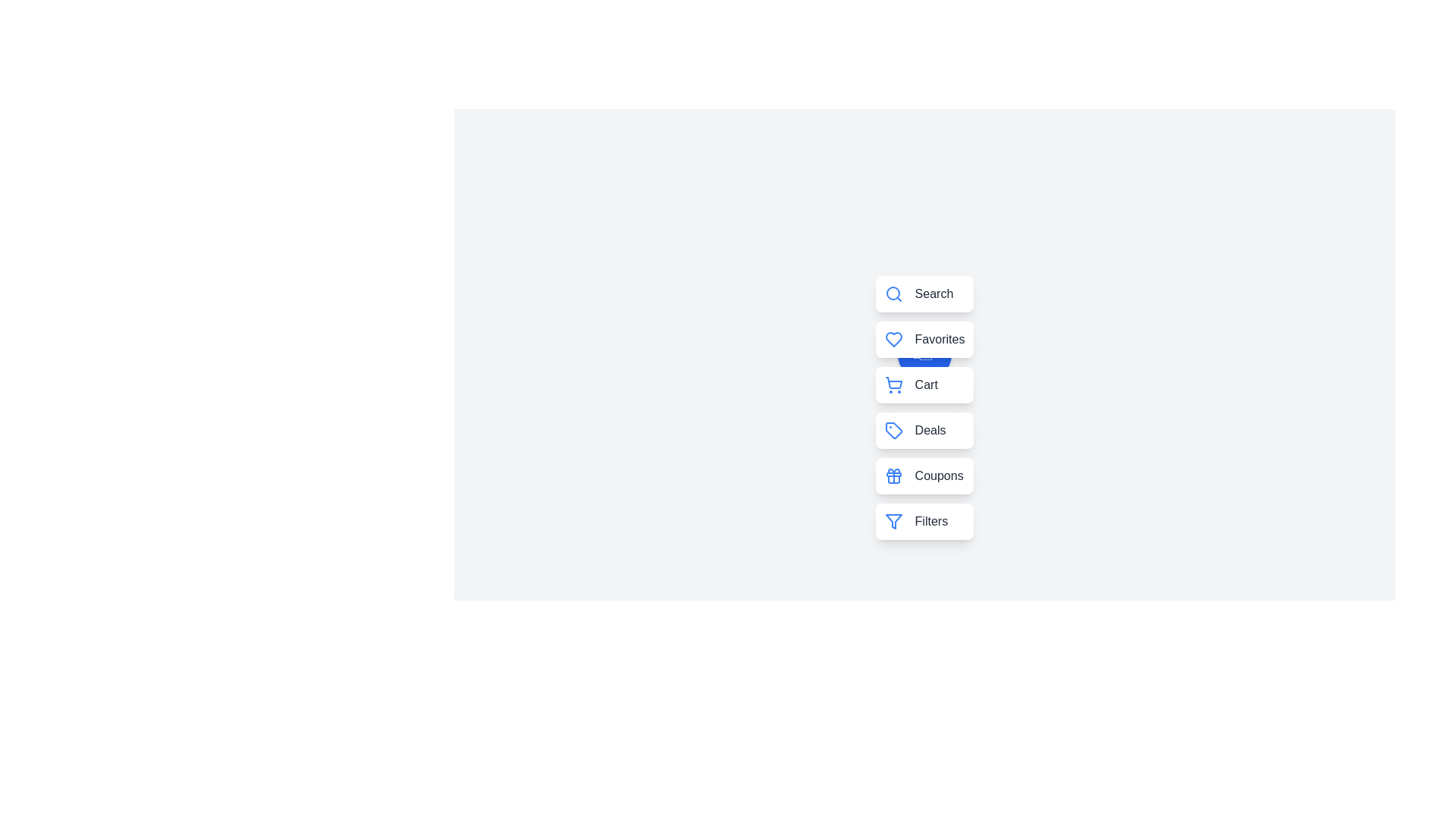  I want to click on the tag icon representing deals, which is located to the far left of the text 'Deals' within the 'Deals' button, so click(893, 430).